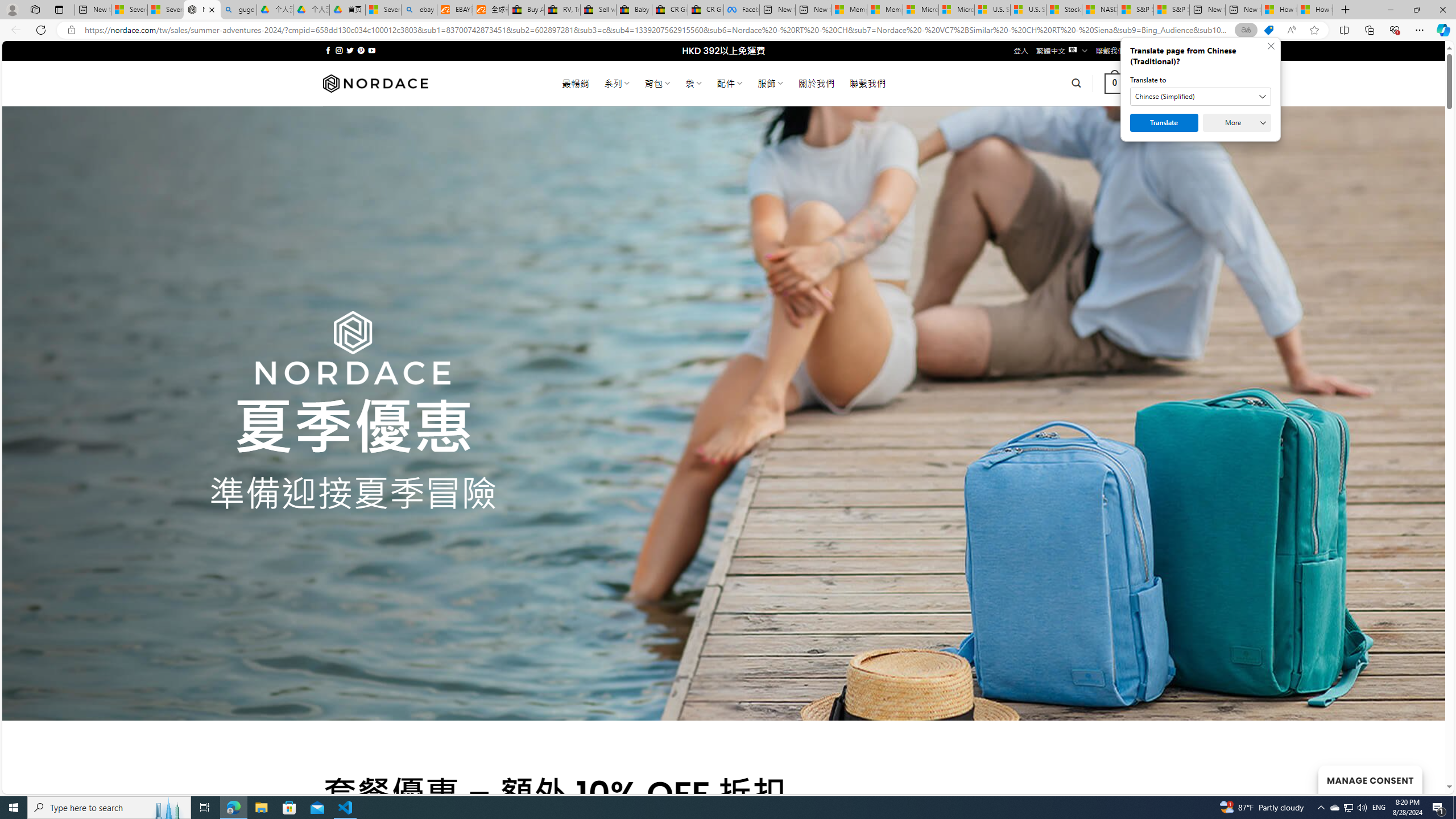 This screenshot has width=1456, height=819. I want to click on 'Show translate options', so click(1246, 30).